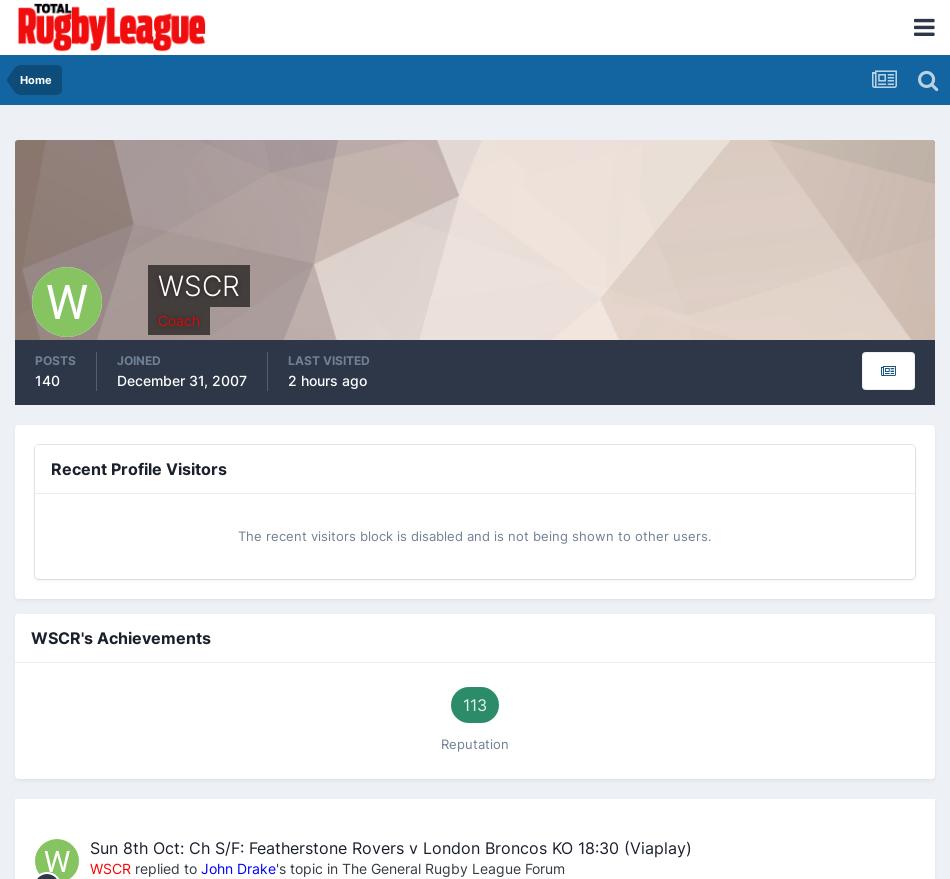  What do you see at coordinates (475, 534) in the screenshot?
I see `'The recent visitors block is disabled and is not being shown to other users.'` at bounding box center [475, 534].